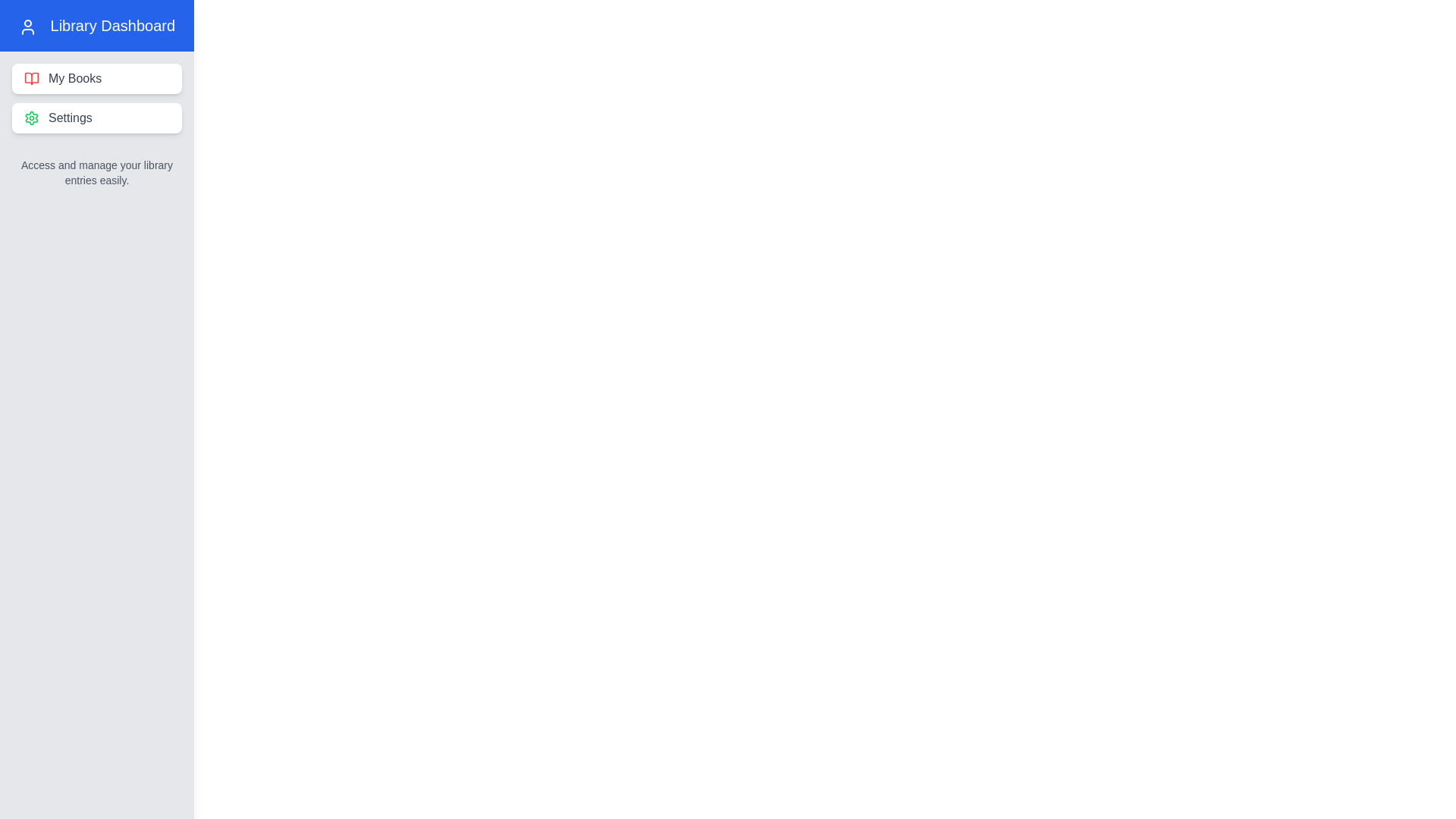 This screenshot has height=819, width=1456. I want to click on the Library Dashboard header to interact with it, so click(96, 26).